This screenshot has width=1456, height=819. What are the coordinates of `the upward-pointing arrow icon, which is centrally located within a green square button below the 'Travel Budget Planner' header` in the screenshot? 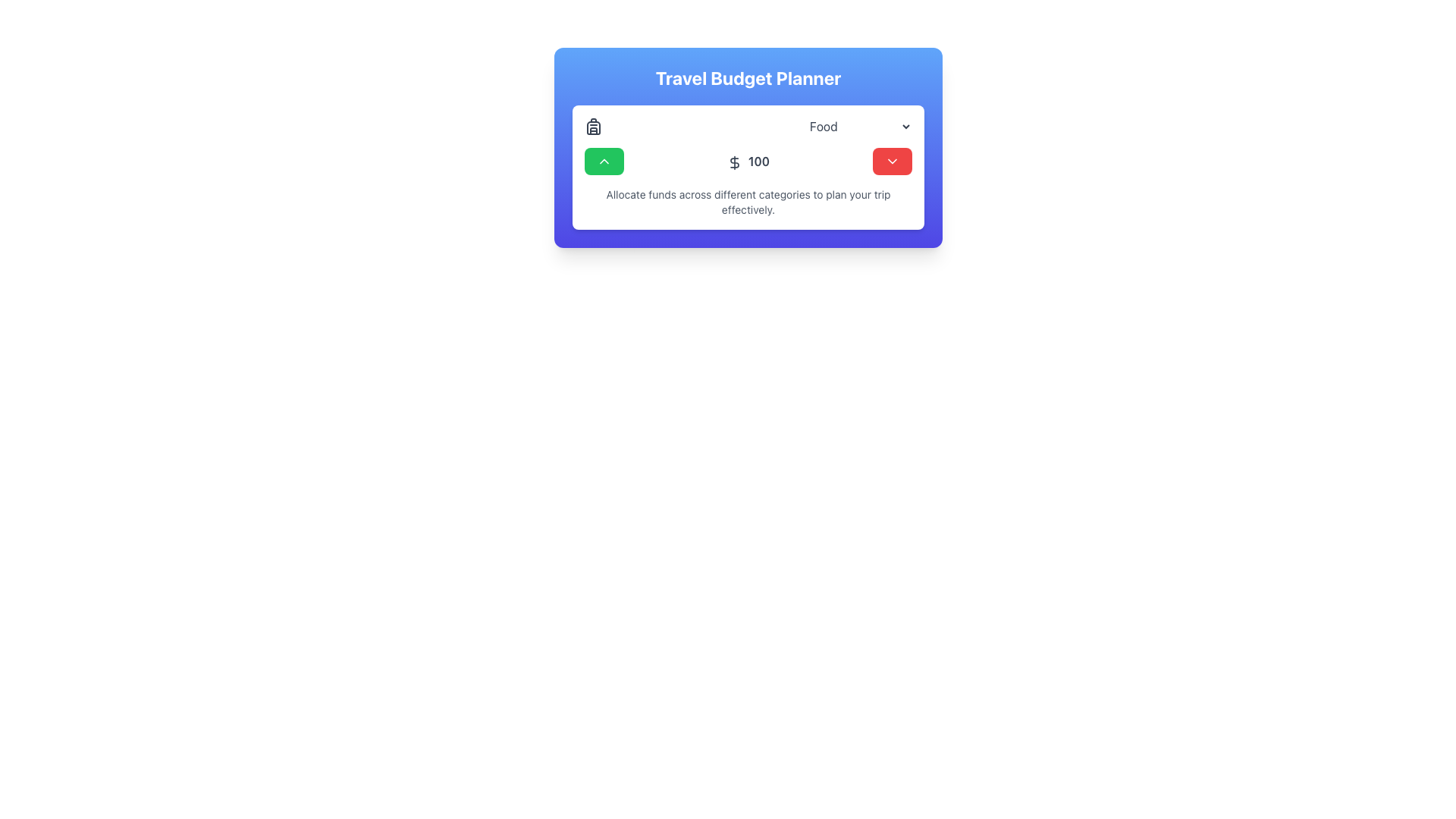 It's located at (603, 161).